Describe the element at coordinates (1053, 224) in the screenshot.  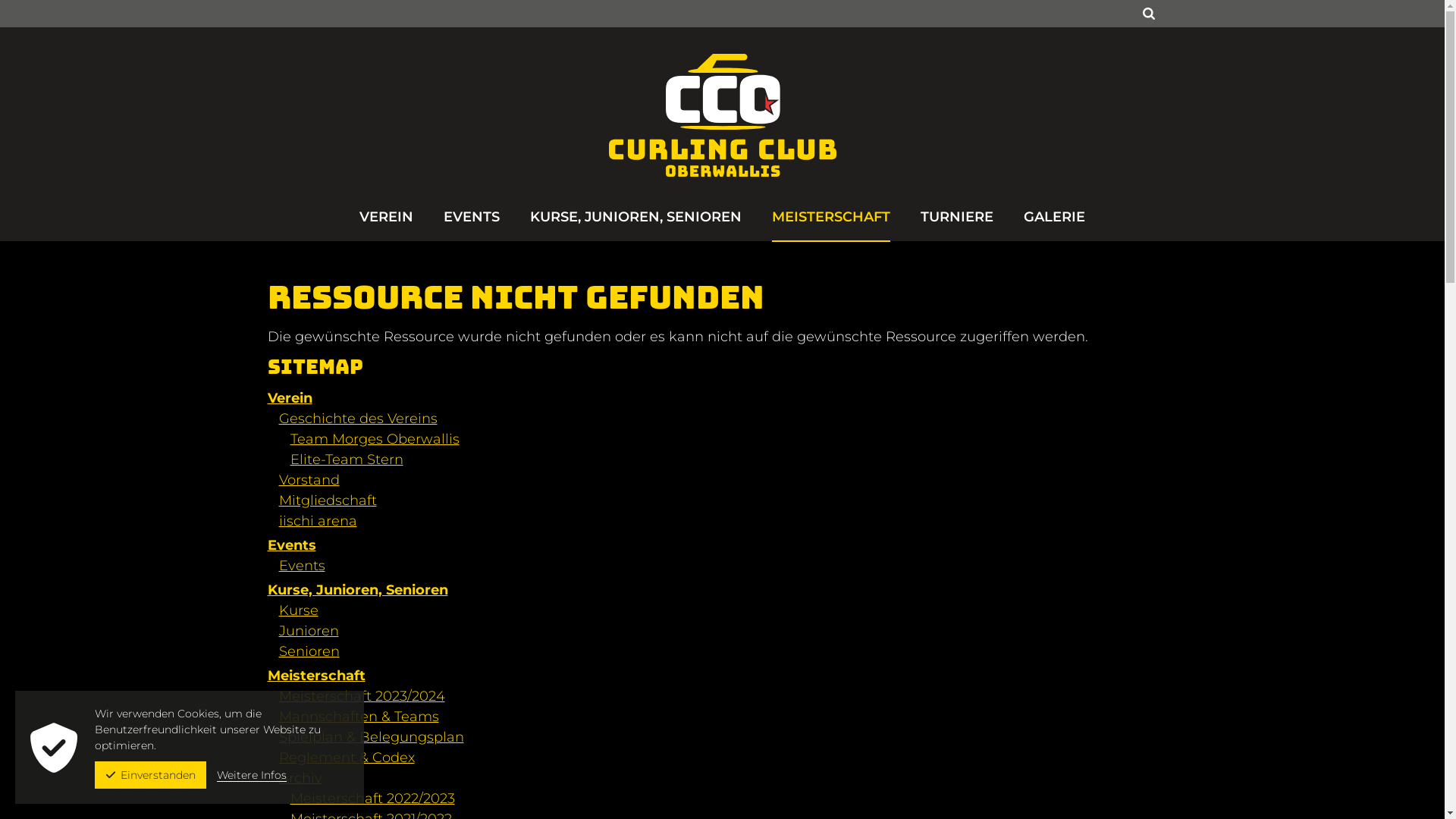
I see `'GALERIE'` at that location.